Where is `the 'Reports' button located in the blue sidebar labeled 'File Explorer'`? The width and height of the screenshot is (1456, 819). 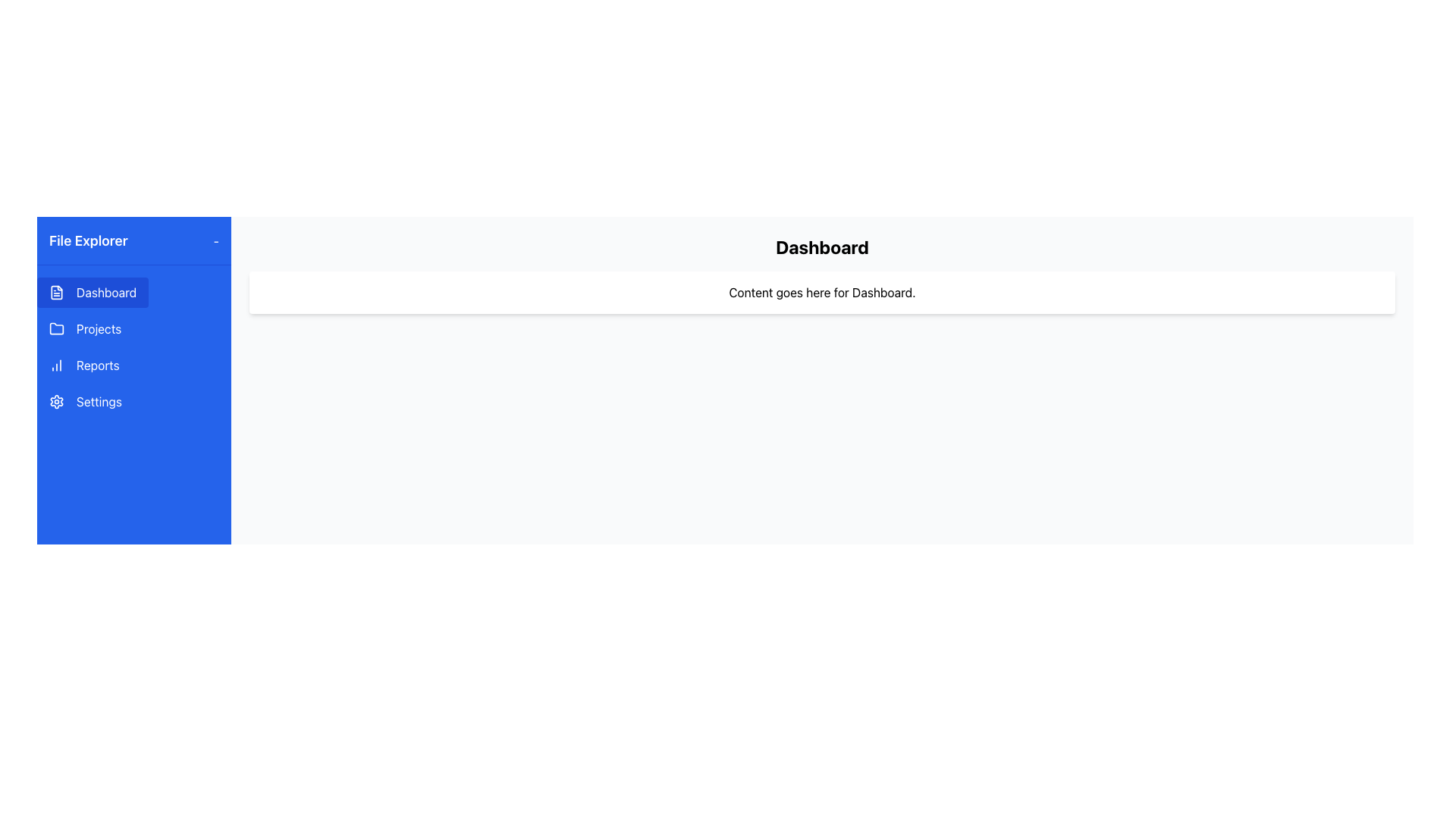
the 'Reports' button located in the blue sidebar labeled 'File Explorer' is located at coordinates (134, 347).